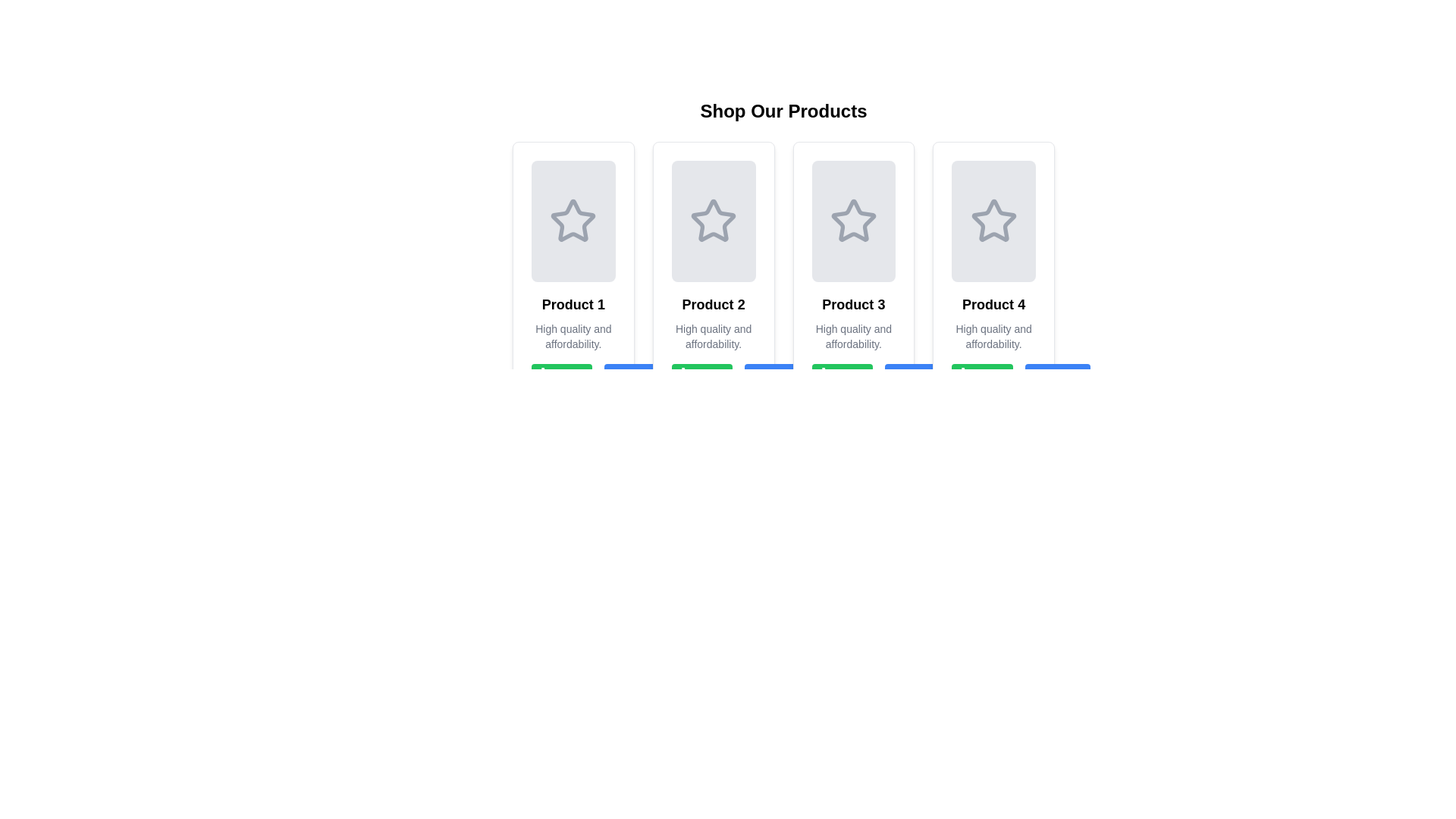 The width and height of the screenshot is (1456, 819). Describe the element at coordinates (969, 374) in the screenshot. I see `shopping cart icon element located within the 'Product 4' UI card for debugging purposes` at that location.